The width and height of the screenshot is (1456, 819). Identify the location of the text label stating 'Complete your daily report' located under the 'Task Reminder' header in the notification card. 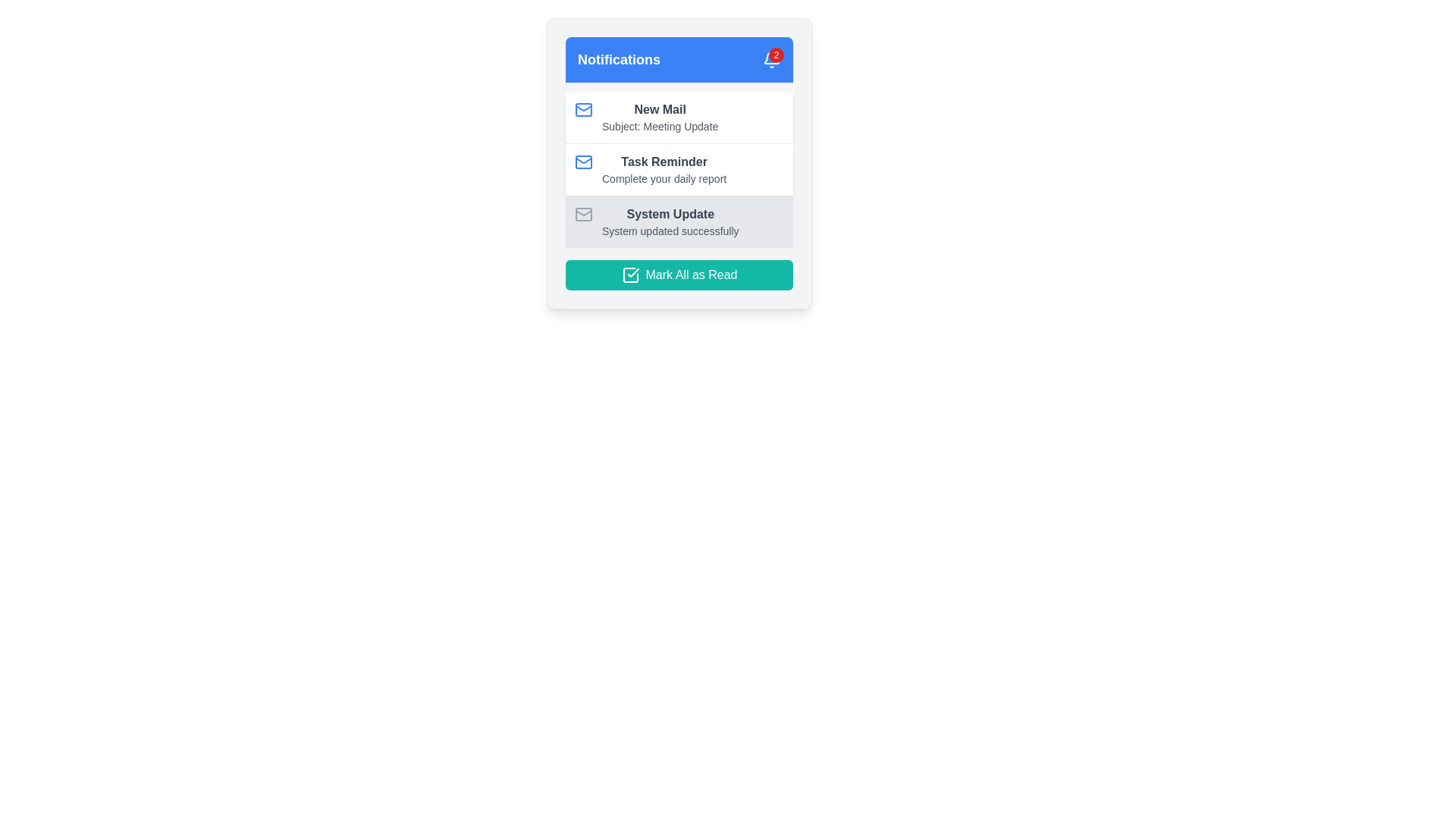
(664, 177).